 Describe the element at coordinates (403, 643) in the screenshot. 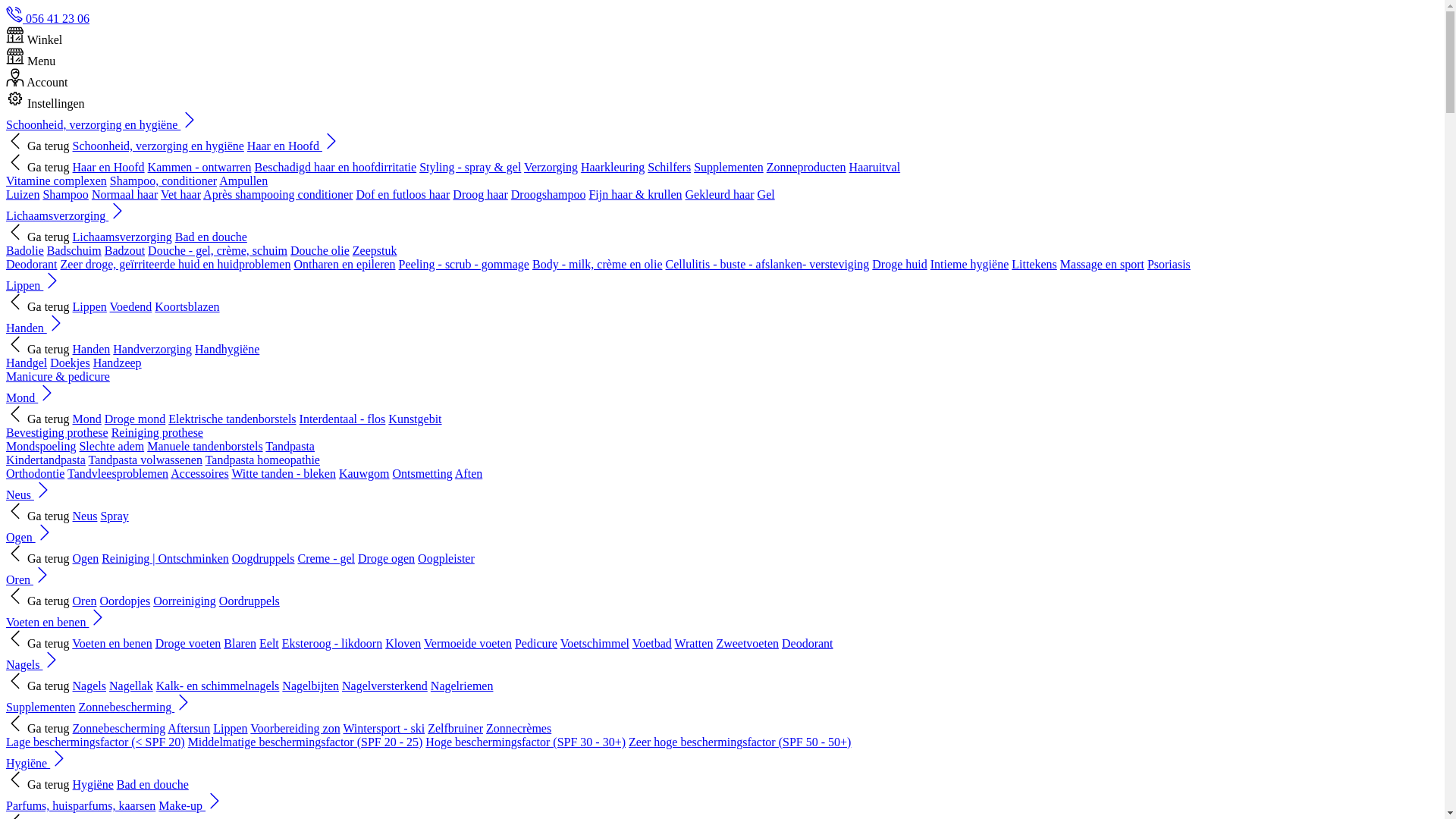

I see `'Kloven'` at that location.